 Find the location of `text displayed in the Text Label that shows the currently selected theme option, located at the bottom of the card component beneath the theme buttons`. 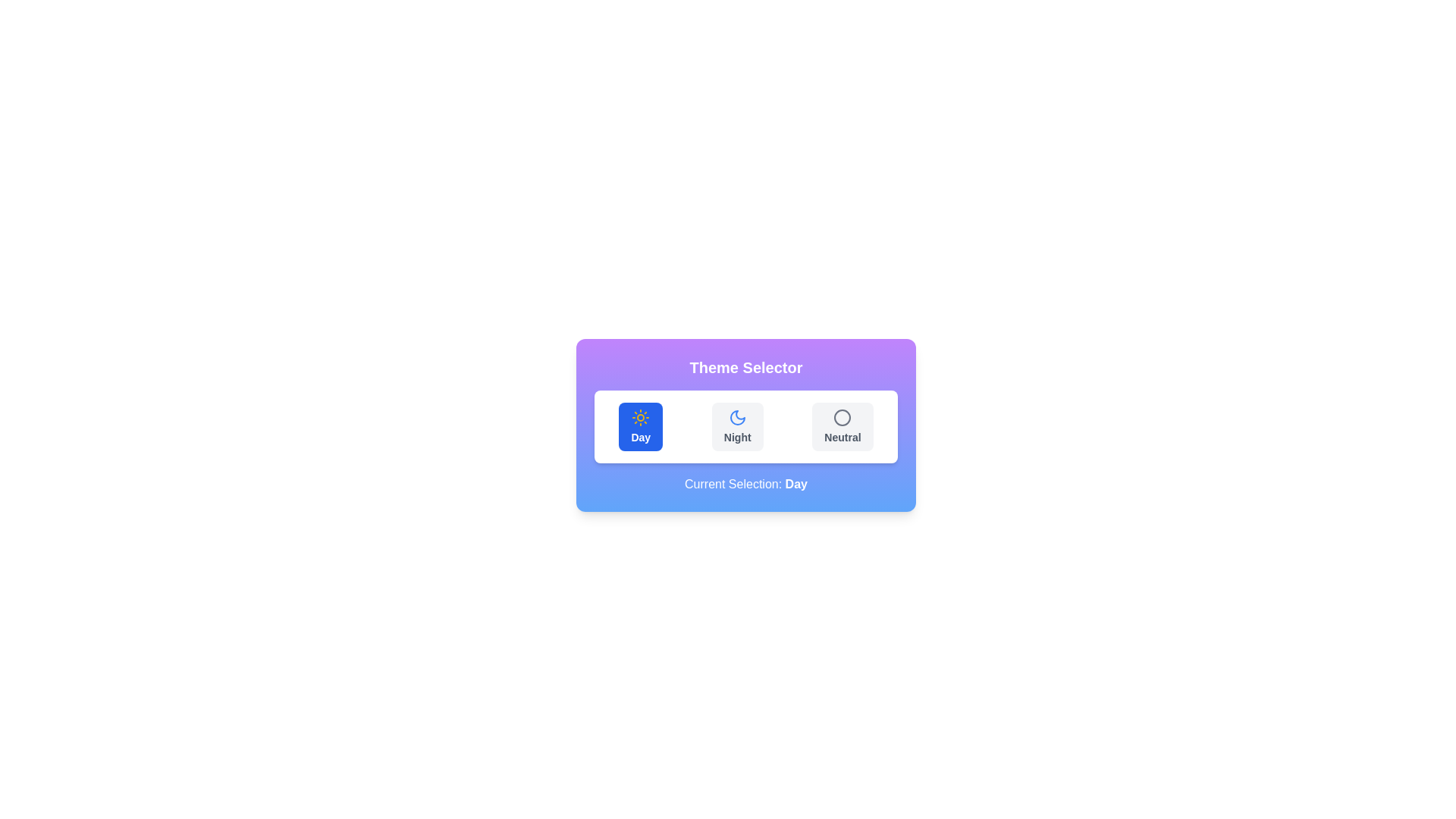

text displayed in the Text Label that shows the currently selected theme option, located at the bottom of the card component beneath the theme buttons is located at coordinates (745, 485).